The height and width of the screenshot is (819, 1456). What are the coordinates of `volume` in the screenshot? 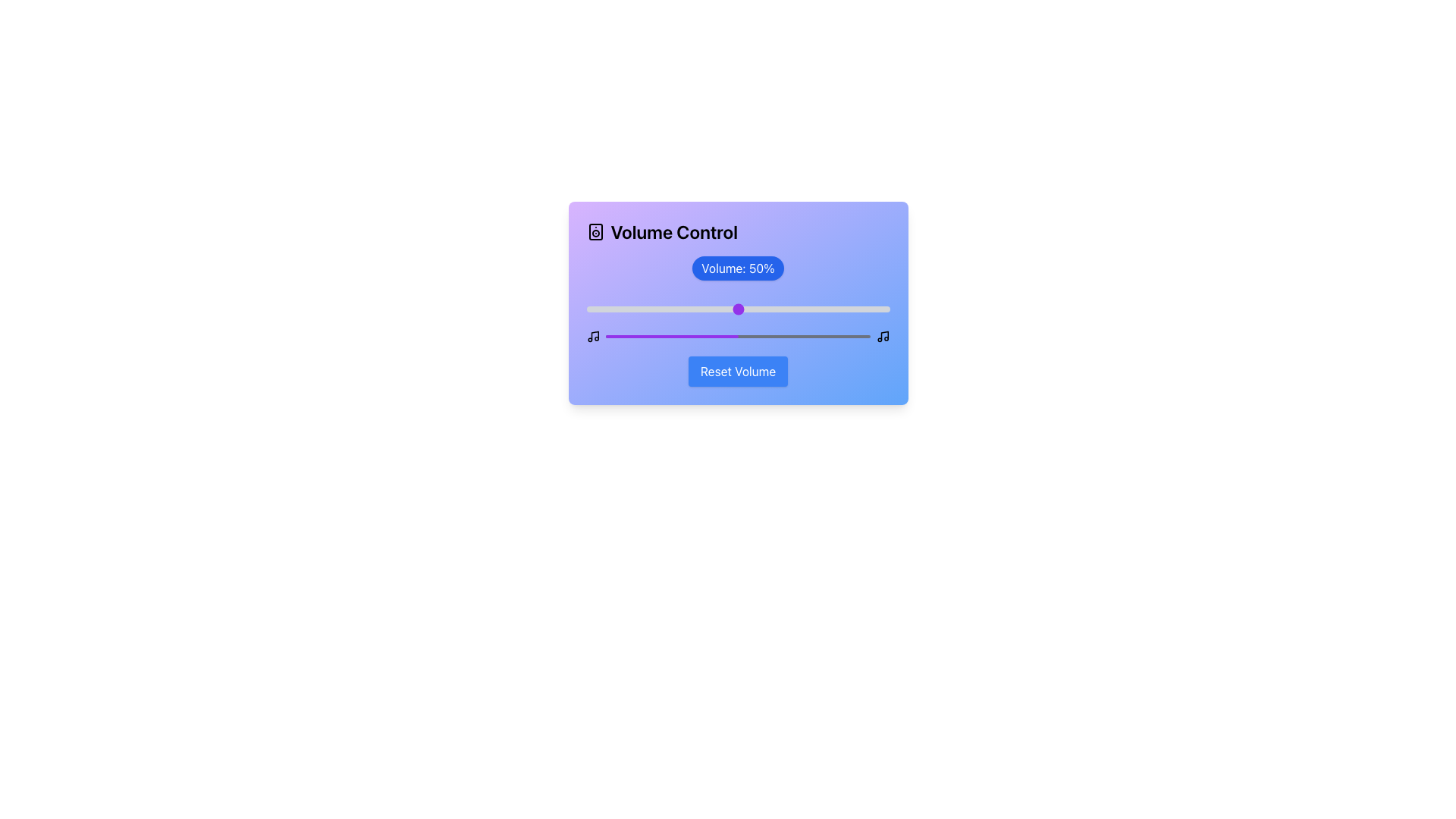 It's located at (810, 309).